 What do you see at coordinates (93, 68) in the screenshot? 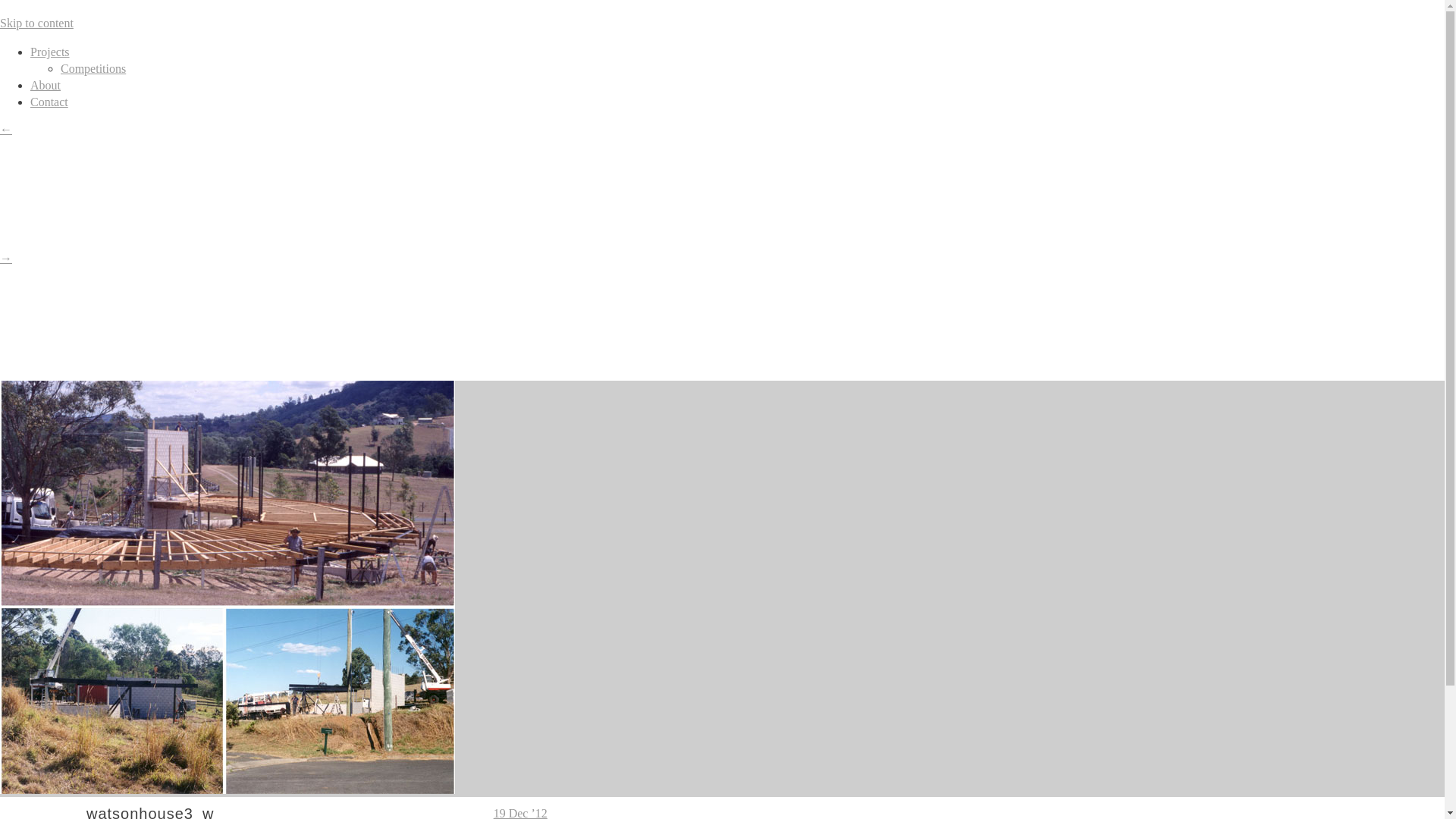
I see `'Competitions'` at bounding box center [93, 68].